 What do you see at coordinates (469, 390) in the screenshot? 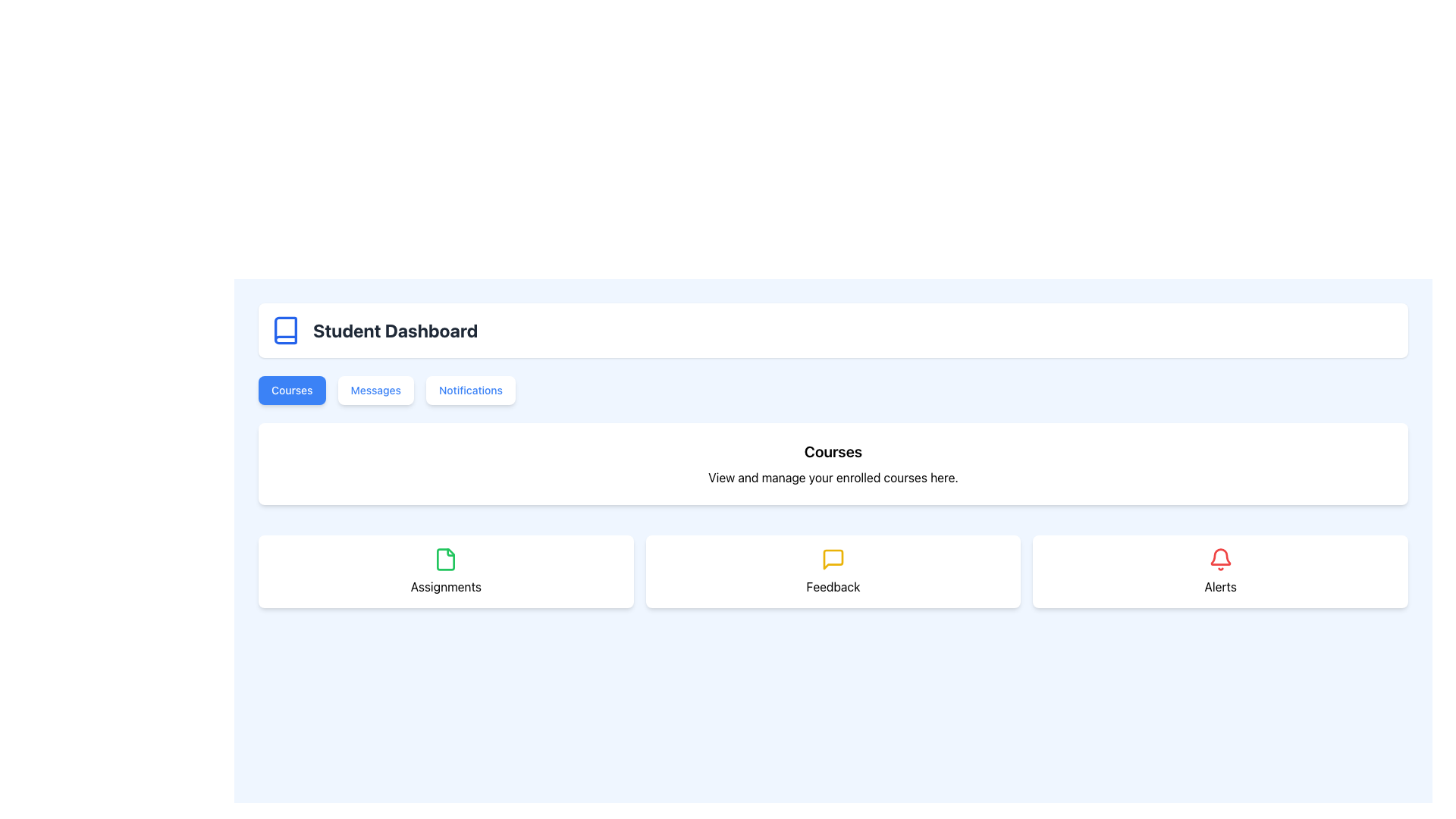
I see `the 'Notifications' button, which is the third button under the 'Student Dashboard' heading, positioned to the right of the 'Messages' button` at bounding box center [469, 390].